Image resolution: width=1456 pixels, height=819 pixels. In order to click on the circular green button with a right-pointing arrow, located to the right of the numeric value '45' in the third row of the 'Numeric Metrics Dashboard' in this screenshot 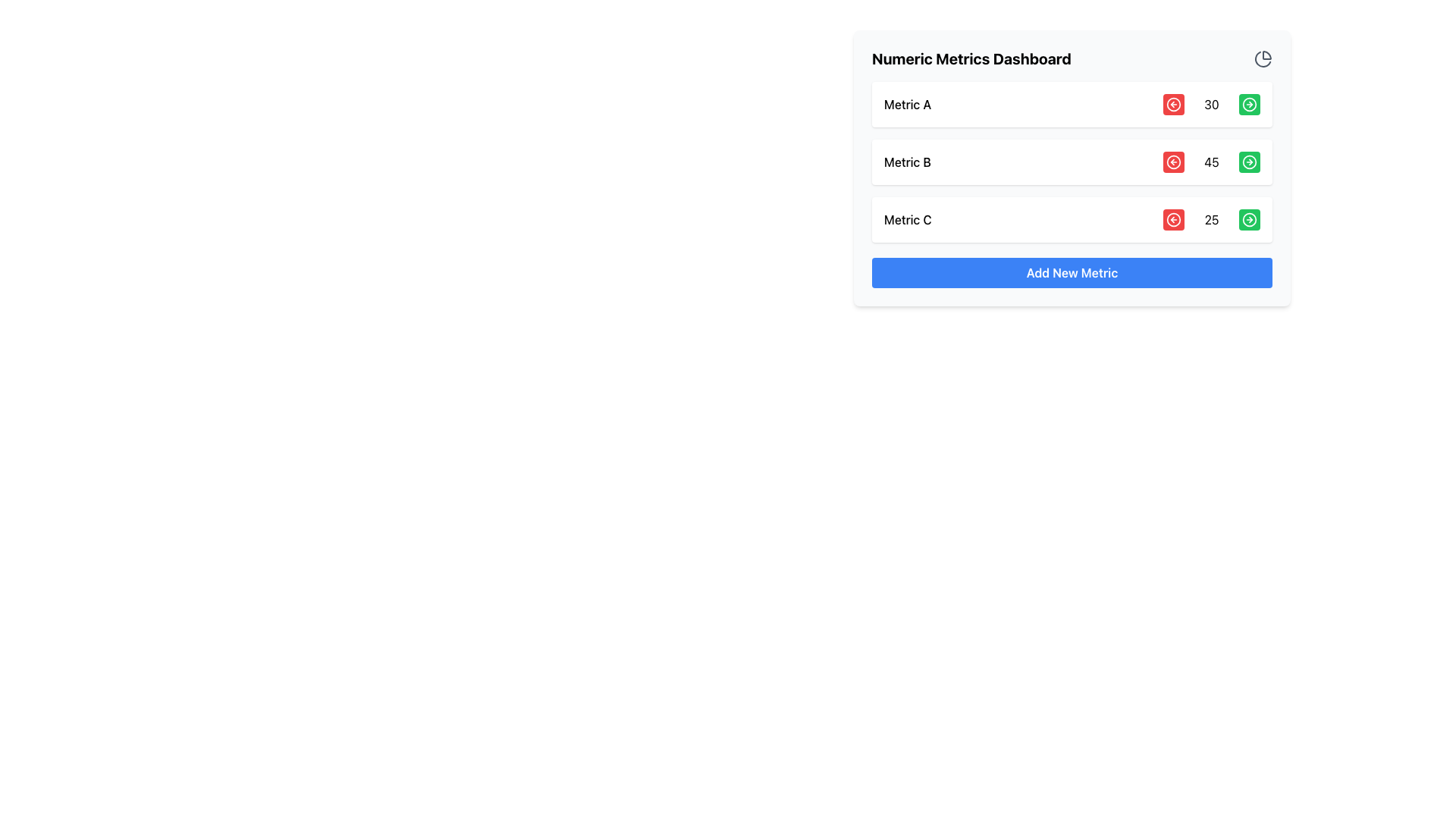, I will do `click(1249, 162)`.